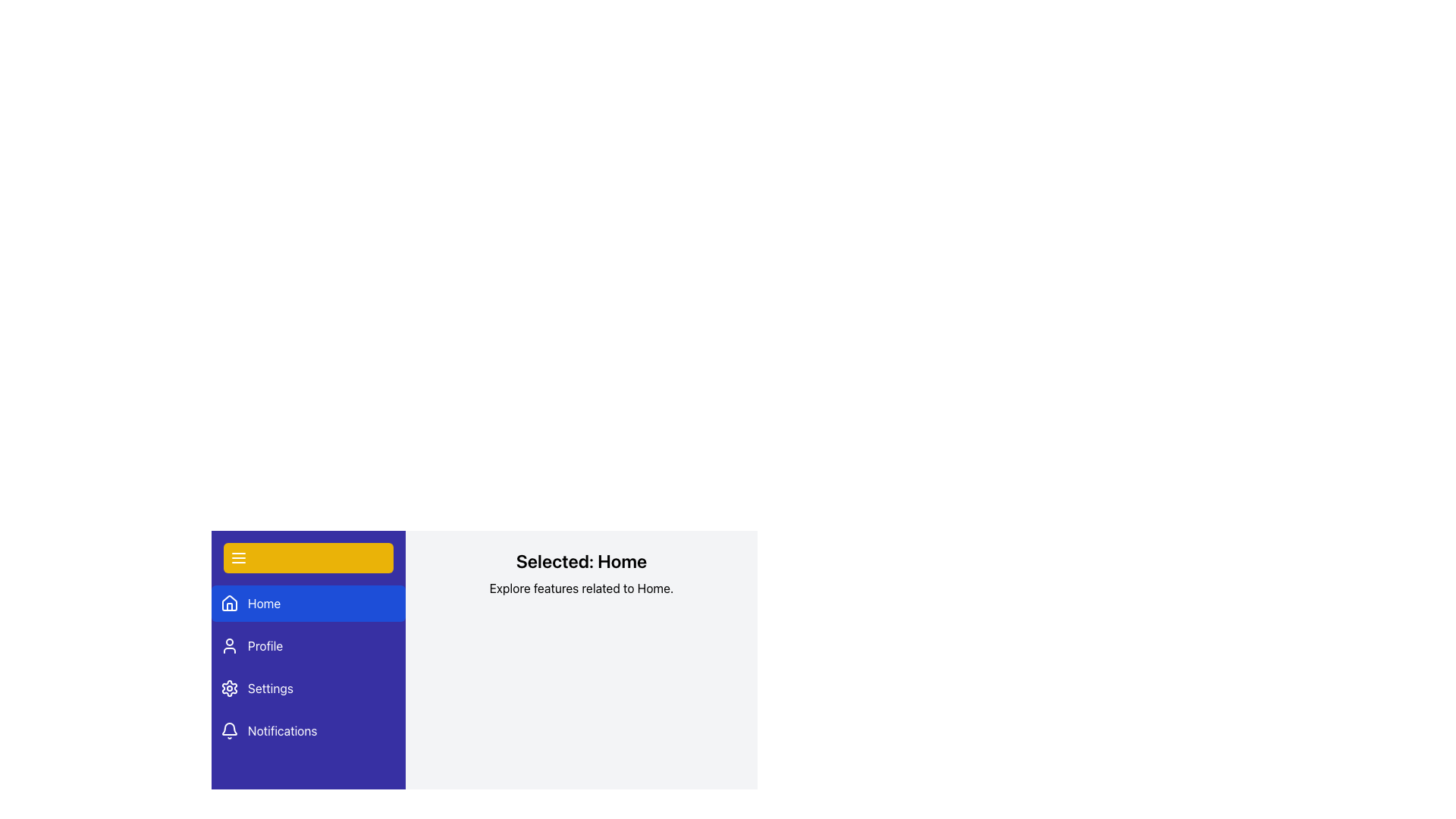 Image resolution: width=1456 pixels, height=819 pixels. Describe the element at coordinates (228, 602) in the screenshot. I see `the 'Home' icon in the left sidebar menu, which is located immediately to the left of the text label 'Home'` at that location.